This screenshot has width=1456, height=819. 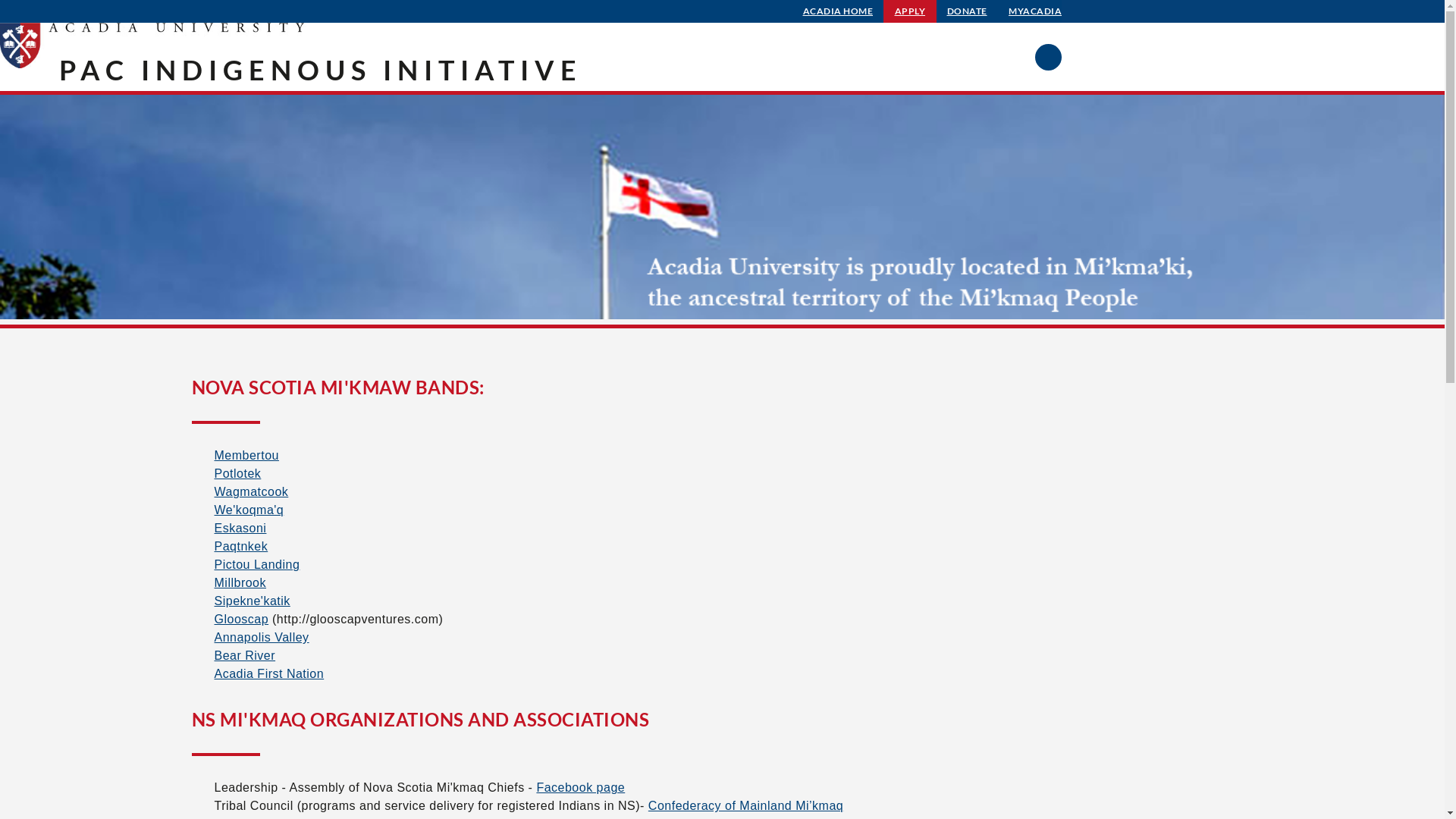 I want to click on 'Millbrook', so click(x=213, y=582).